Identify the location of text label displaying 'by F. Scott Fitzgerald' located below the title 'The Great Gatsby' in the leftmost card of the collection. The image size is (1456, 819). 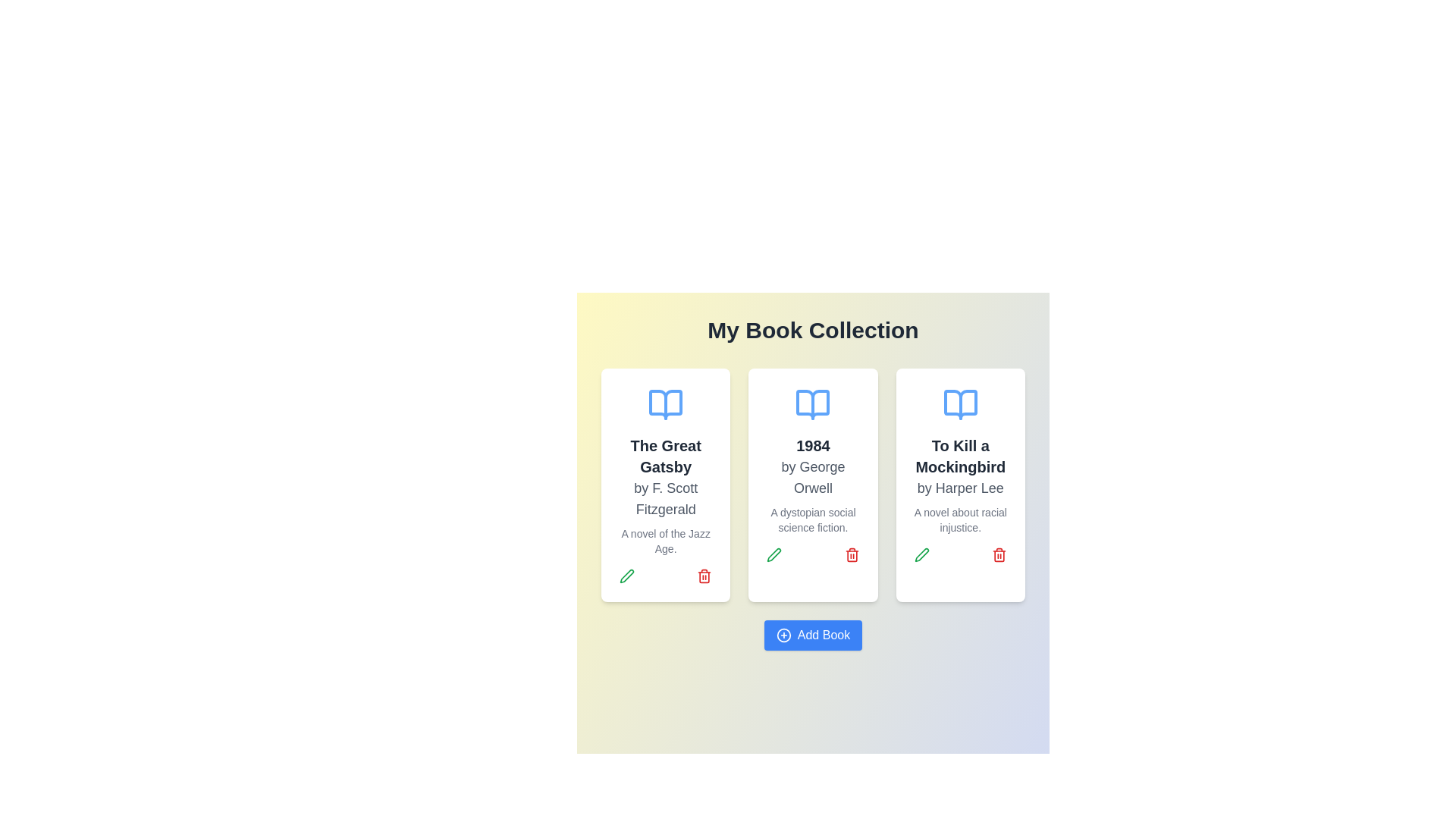
(666, 499).